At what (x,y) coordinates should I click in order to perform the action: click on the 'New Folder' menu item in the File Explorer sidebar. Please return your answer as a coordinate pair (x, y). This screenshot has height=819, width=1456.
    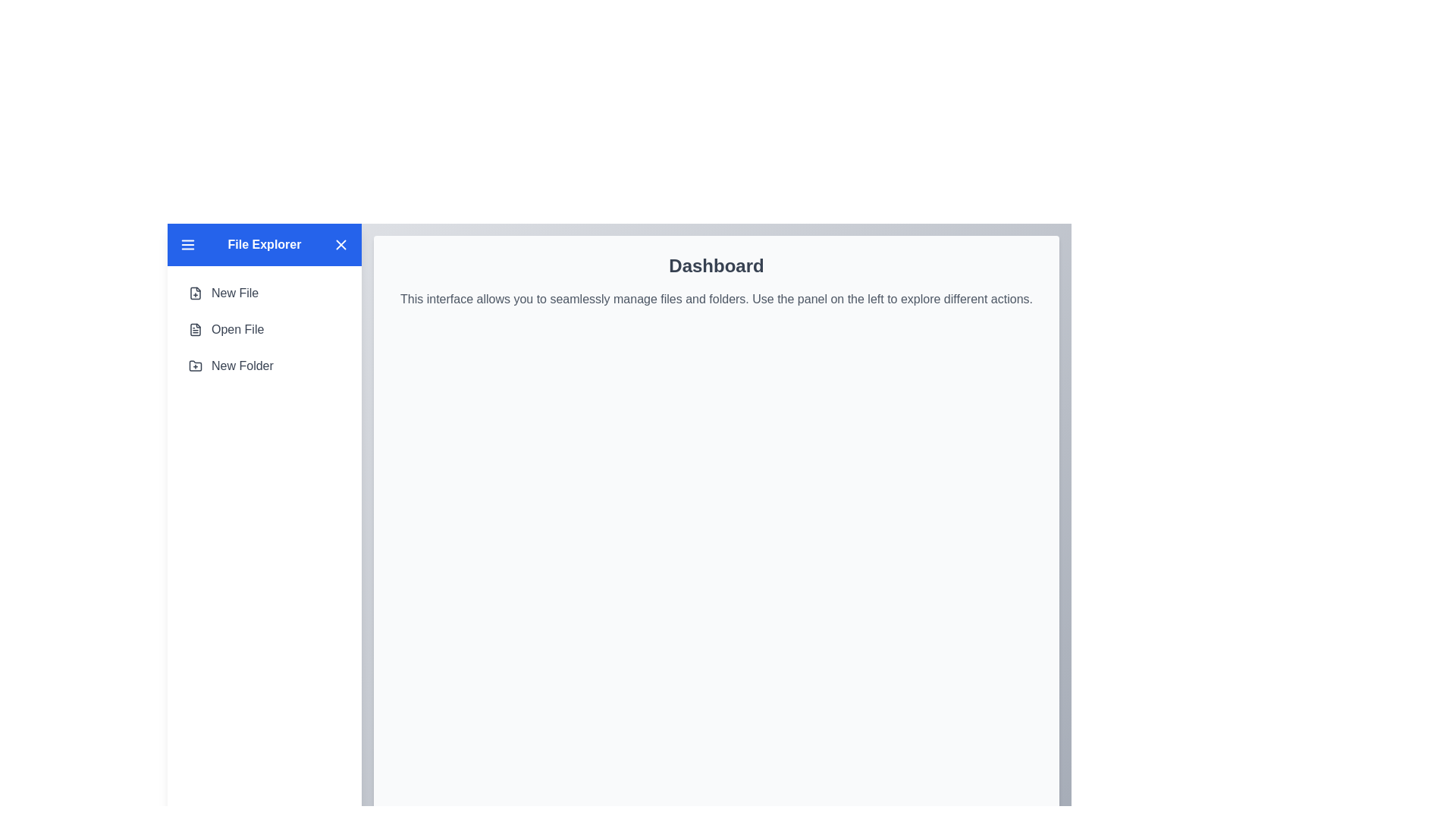
    Looking at the image, I should click on (230, 366).